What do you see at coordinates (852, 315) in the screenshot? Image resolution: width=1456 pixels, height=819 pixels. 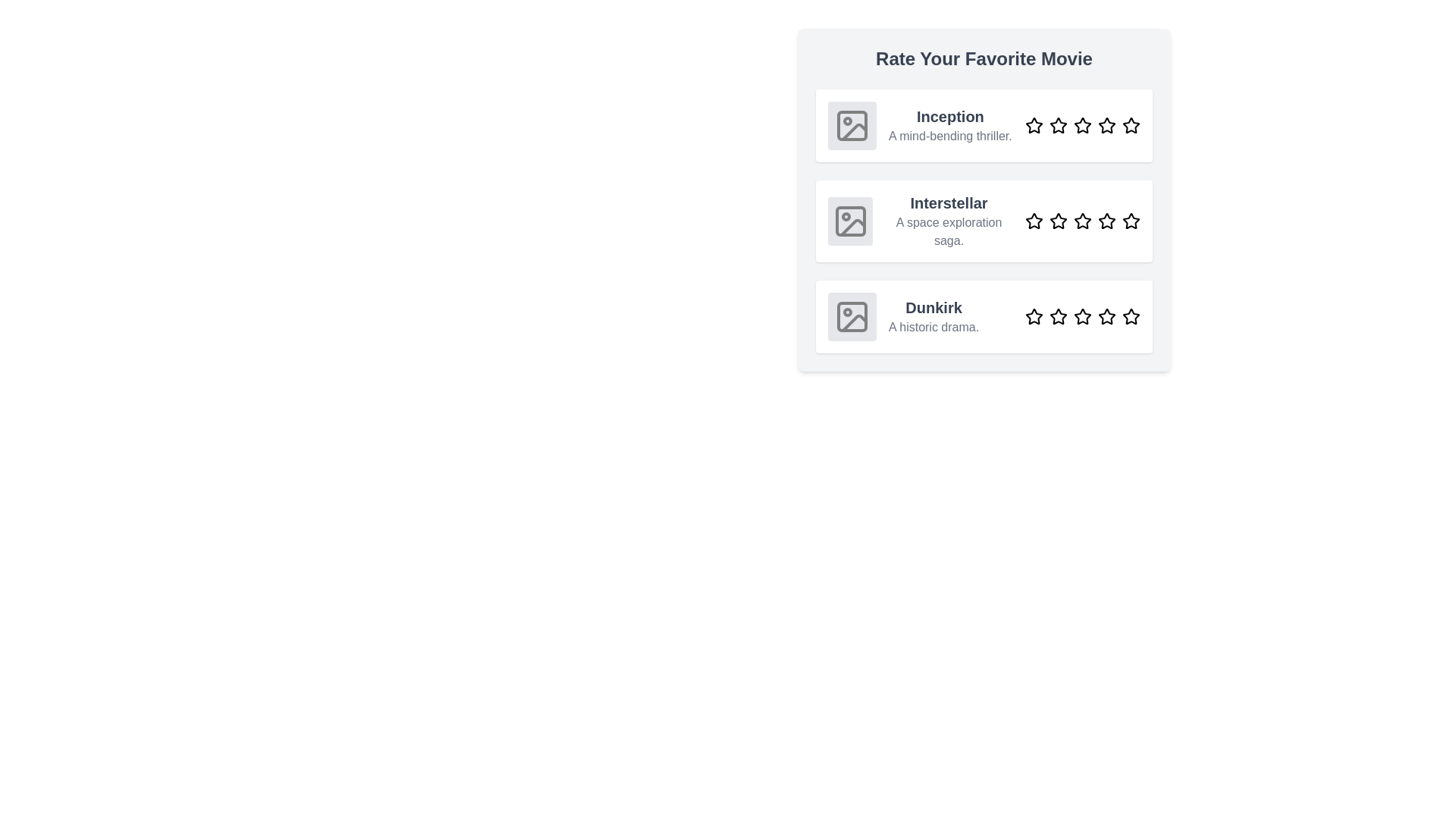 I see `the image placeholder located in the third row of the item card, positioned to the left of the text 'Dunkirk' and 'A historic drama.'` at bounding box center [852, 315].